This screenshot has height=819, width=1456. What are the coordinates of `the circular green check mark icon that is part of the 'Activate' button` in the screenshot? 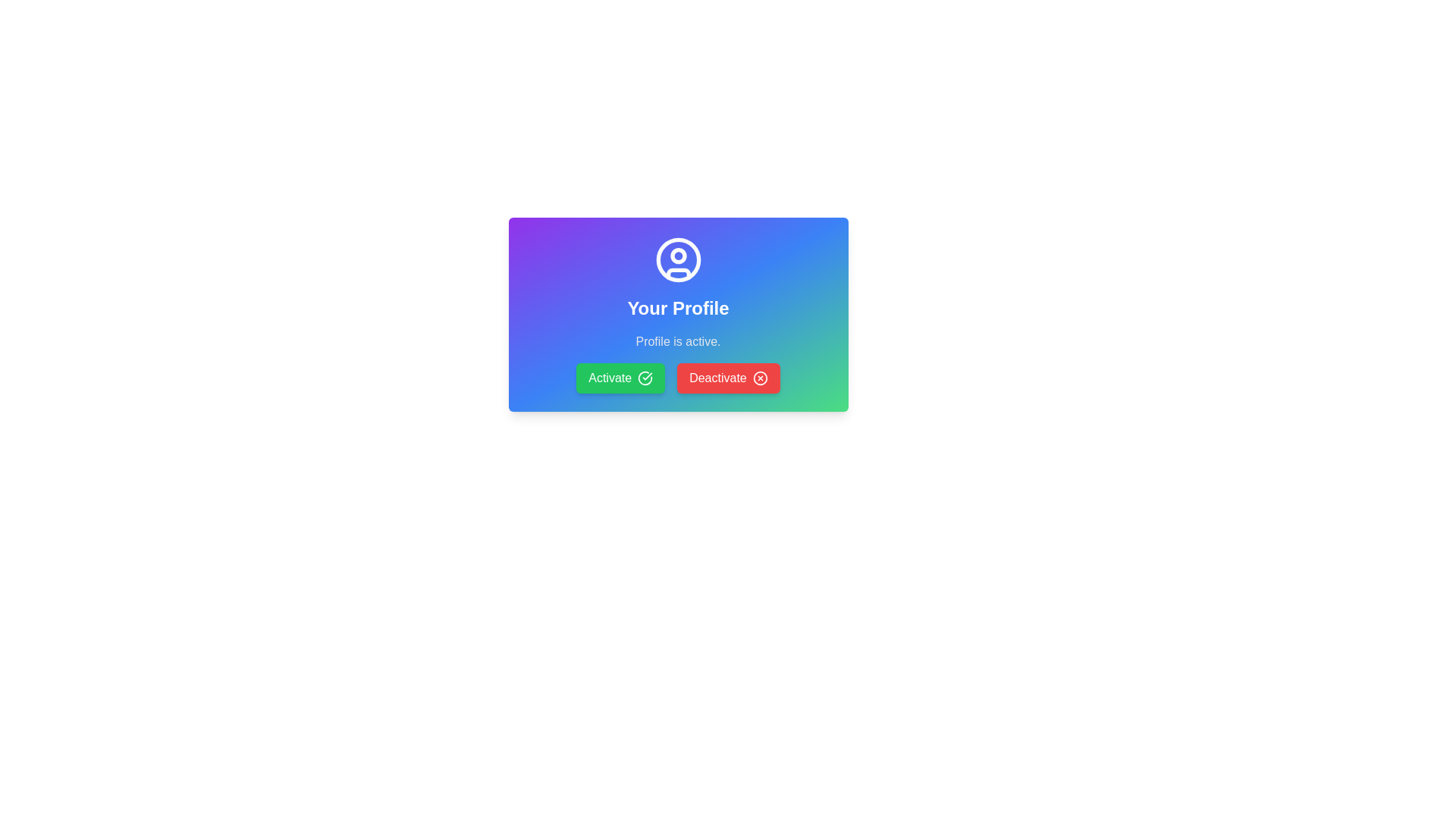 It's located at (645, 377).